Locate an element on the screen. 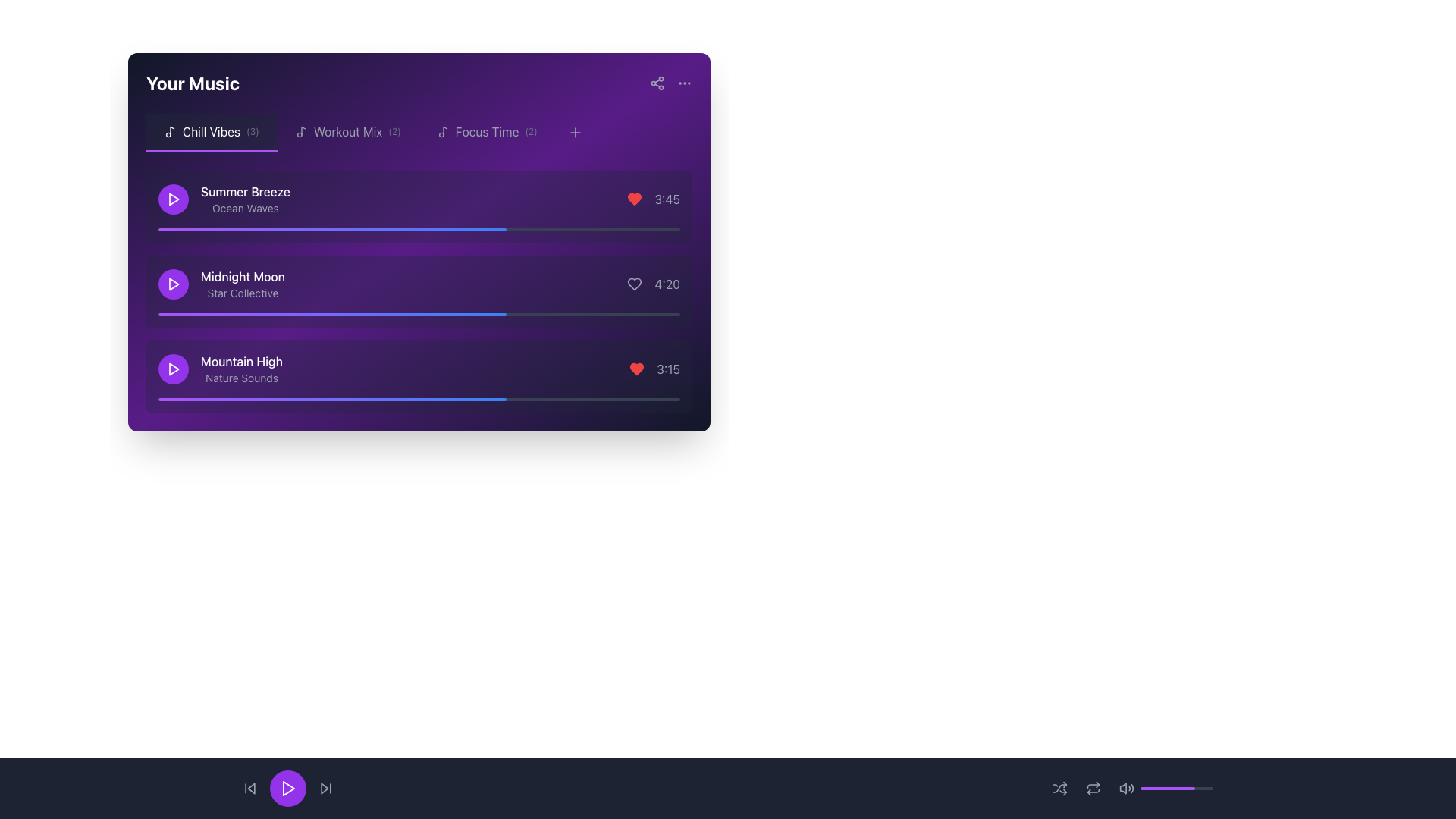  the progress indicator representing the track 'Midnight Moon' within the progress bar is located at coordinates (331, 314).